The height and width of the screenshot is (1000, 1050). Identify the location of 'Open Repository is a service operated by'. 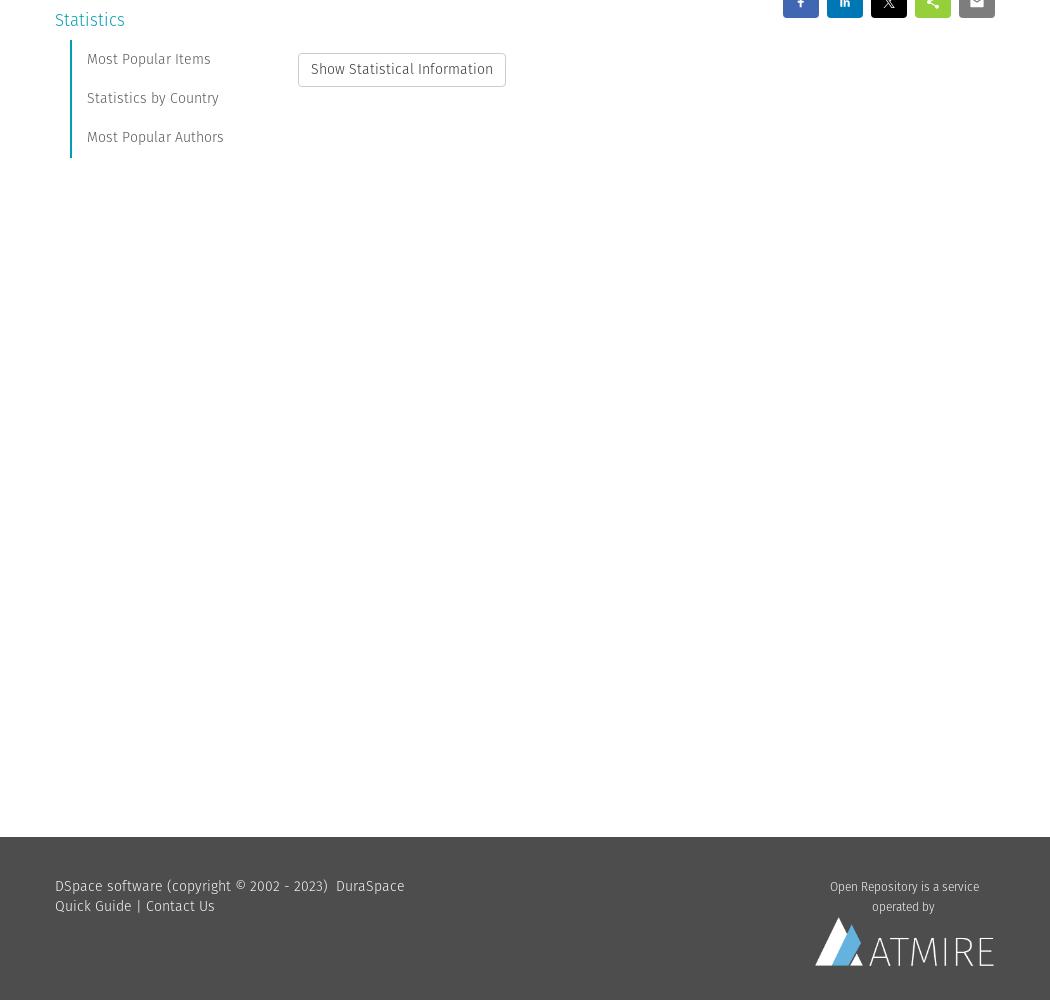
(830, 896).